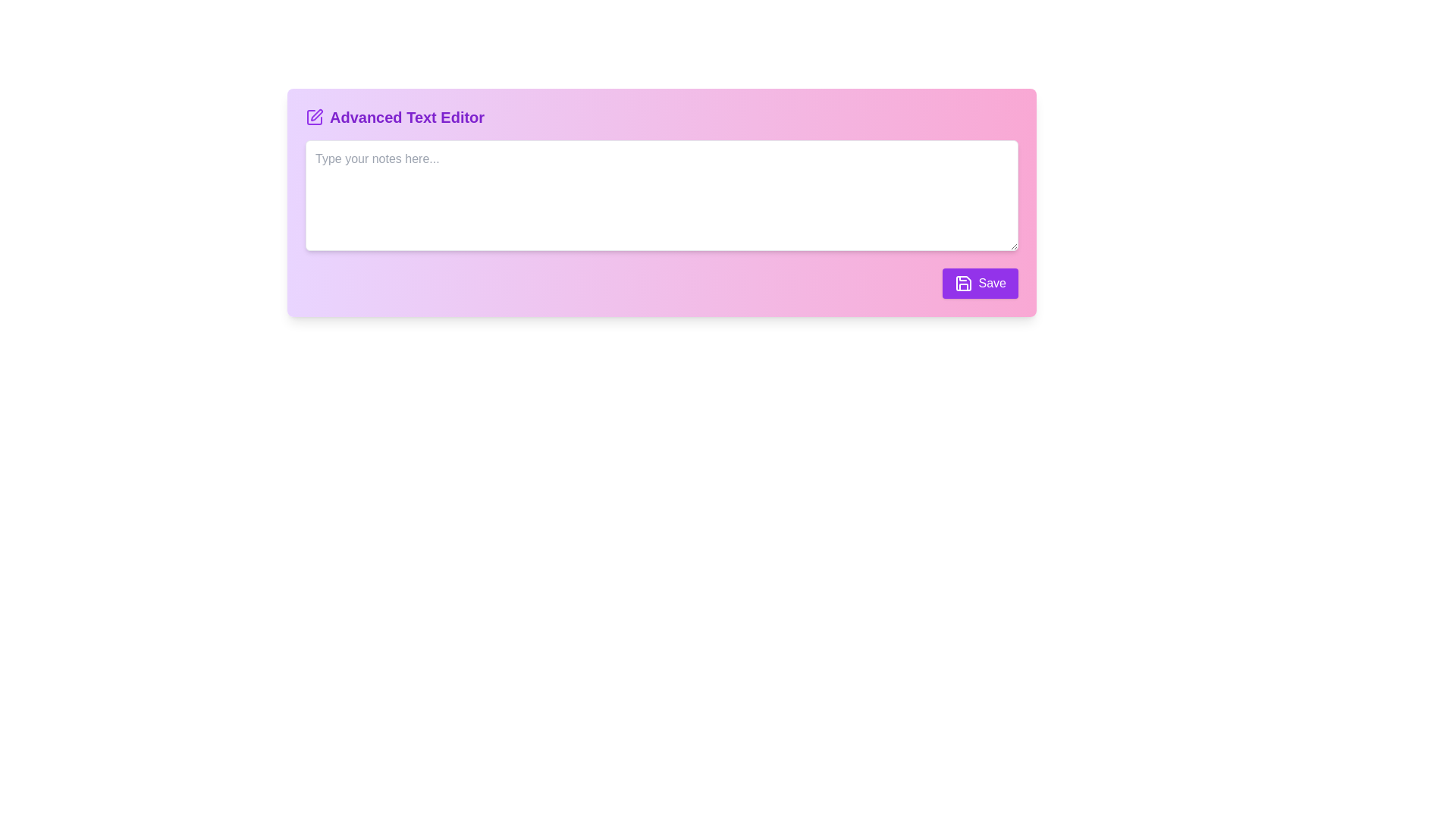 The width and height of the screenshot is (1456, 819). What do you see at coordinates (407, 116) in the screenshot?
I see `label 'Advanced Text Editor' which is located at the top-left corner of the main editor interface, immediately to the right of the purple square pen icon` at bounding box center [407, 116].